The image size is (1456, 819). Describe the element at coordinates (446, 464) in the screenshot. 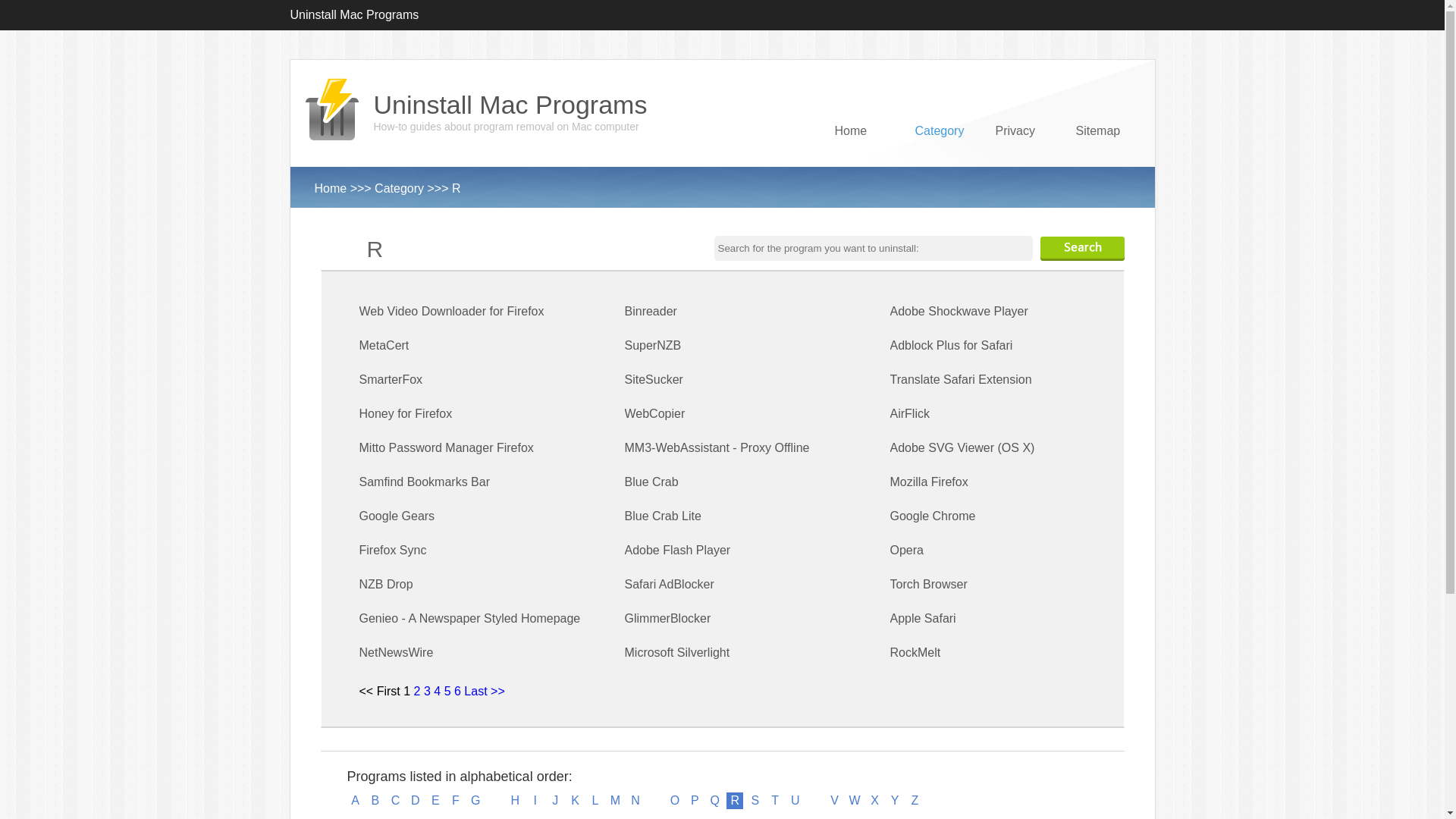

I see `'Mitto Password Manager Firefox Extension'` at that location.